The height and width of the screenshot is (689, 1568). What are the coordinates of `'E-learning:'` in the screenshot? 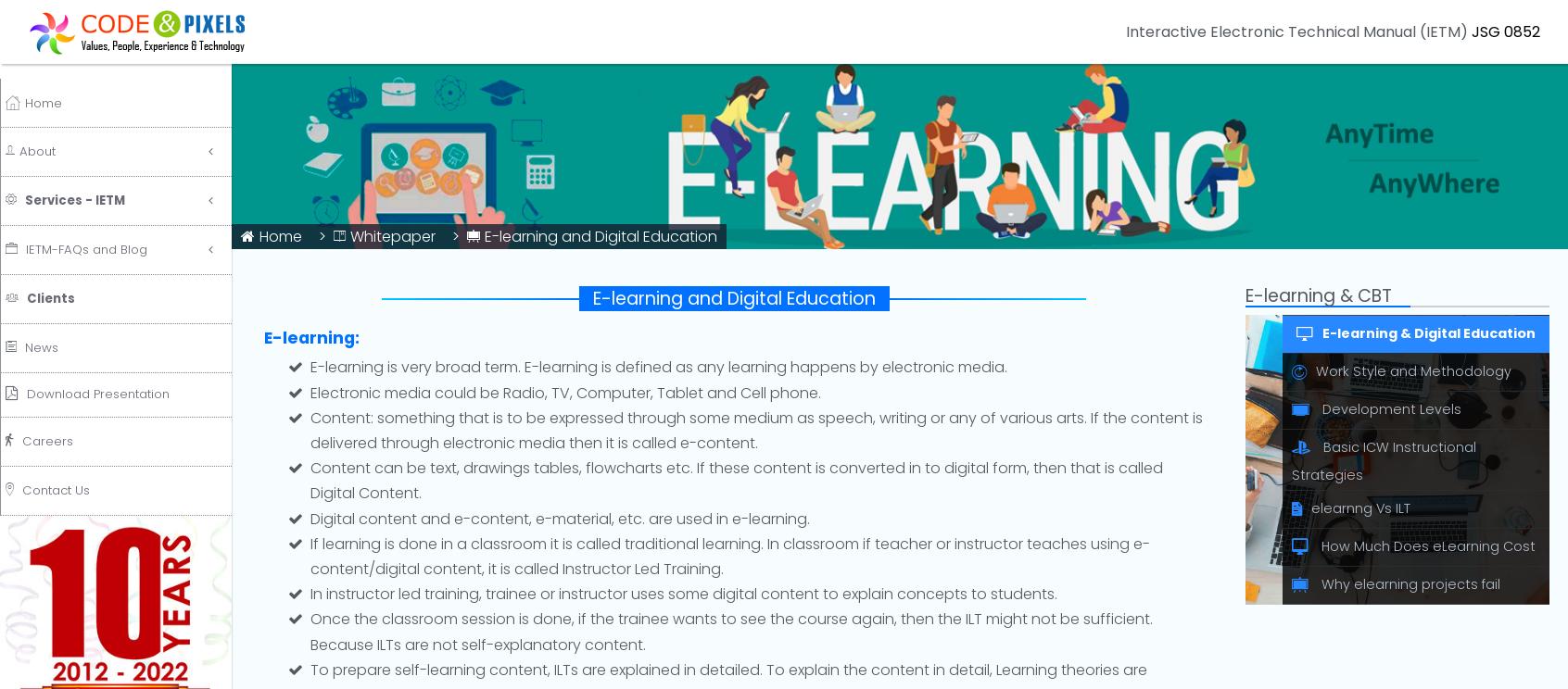 It's located at (310, 337).